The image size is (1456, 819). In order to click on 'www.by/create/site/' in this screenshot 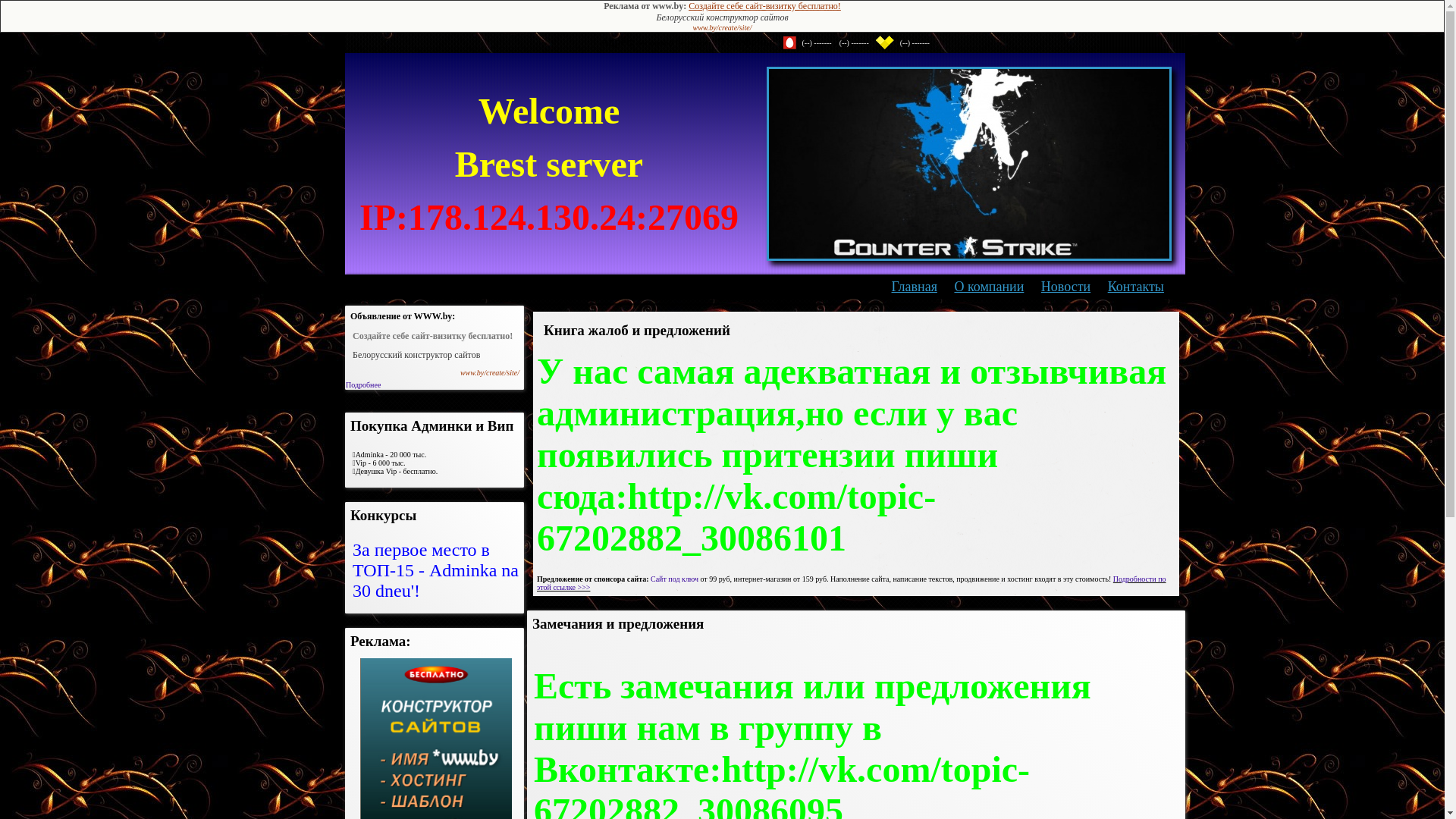, I will do `click(720, 27)`.